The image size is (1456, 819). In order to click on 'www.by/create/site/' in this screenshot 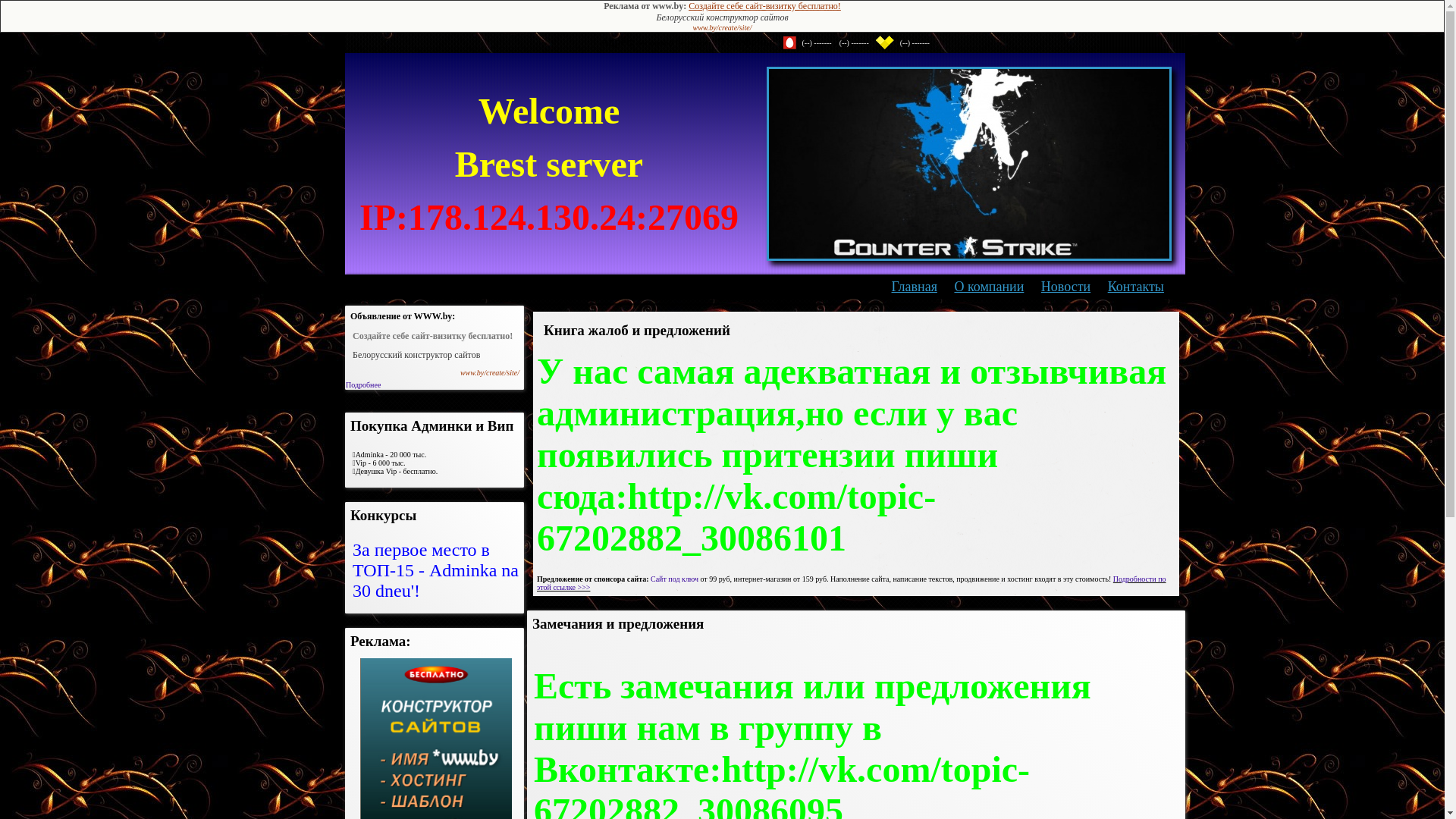, I will do `click(720, 27)`.